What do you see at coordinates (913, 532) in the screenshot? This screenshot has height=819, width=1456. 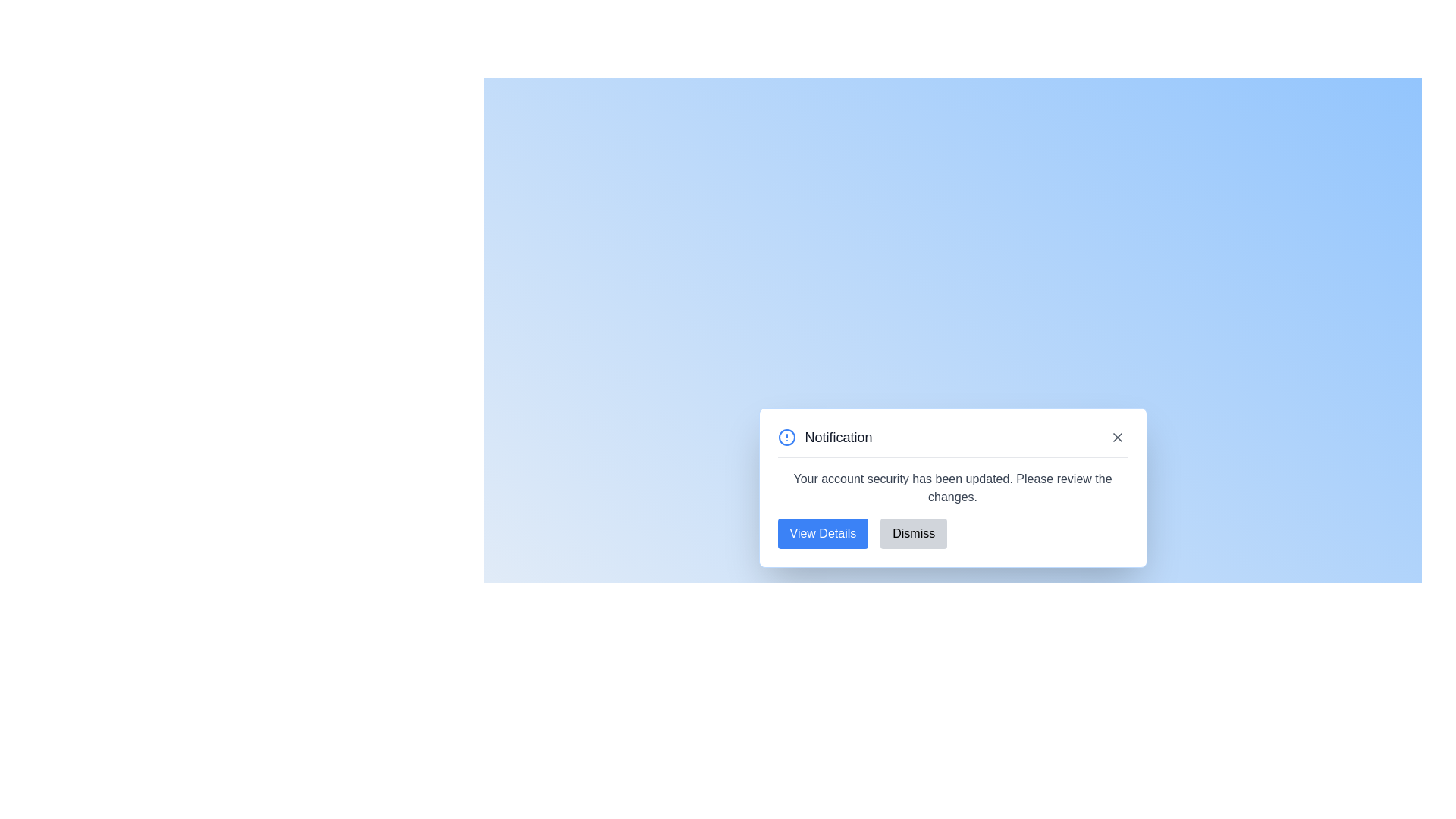 I see `the 'Dismiss' button to dismiss the alert` at bounding box center [913, 532].